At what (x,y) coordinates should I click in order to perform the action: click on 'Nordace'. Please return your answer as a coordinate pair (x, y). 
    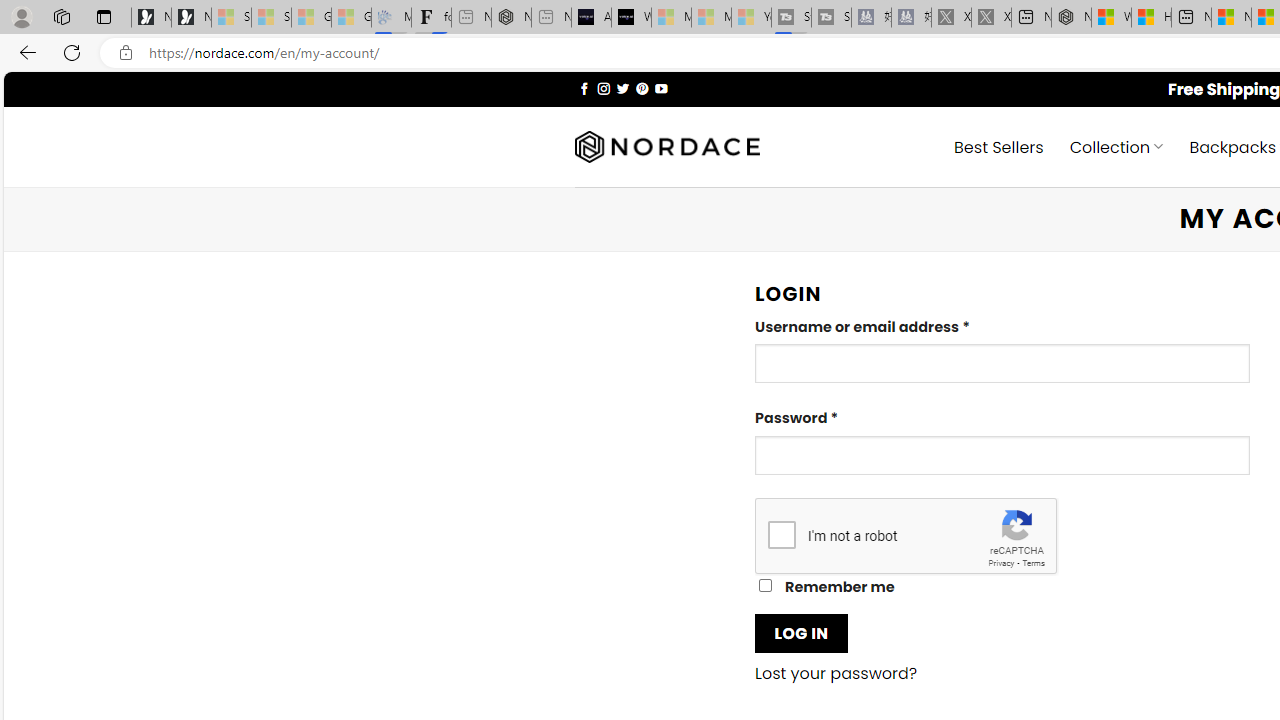
    Looking at the image, I should click on (667, 146).